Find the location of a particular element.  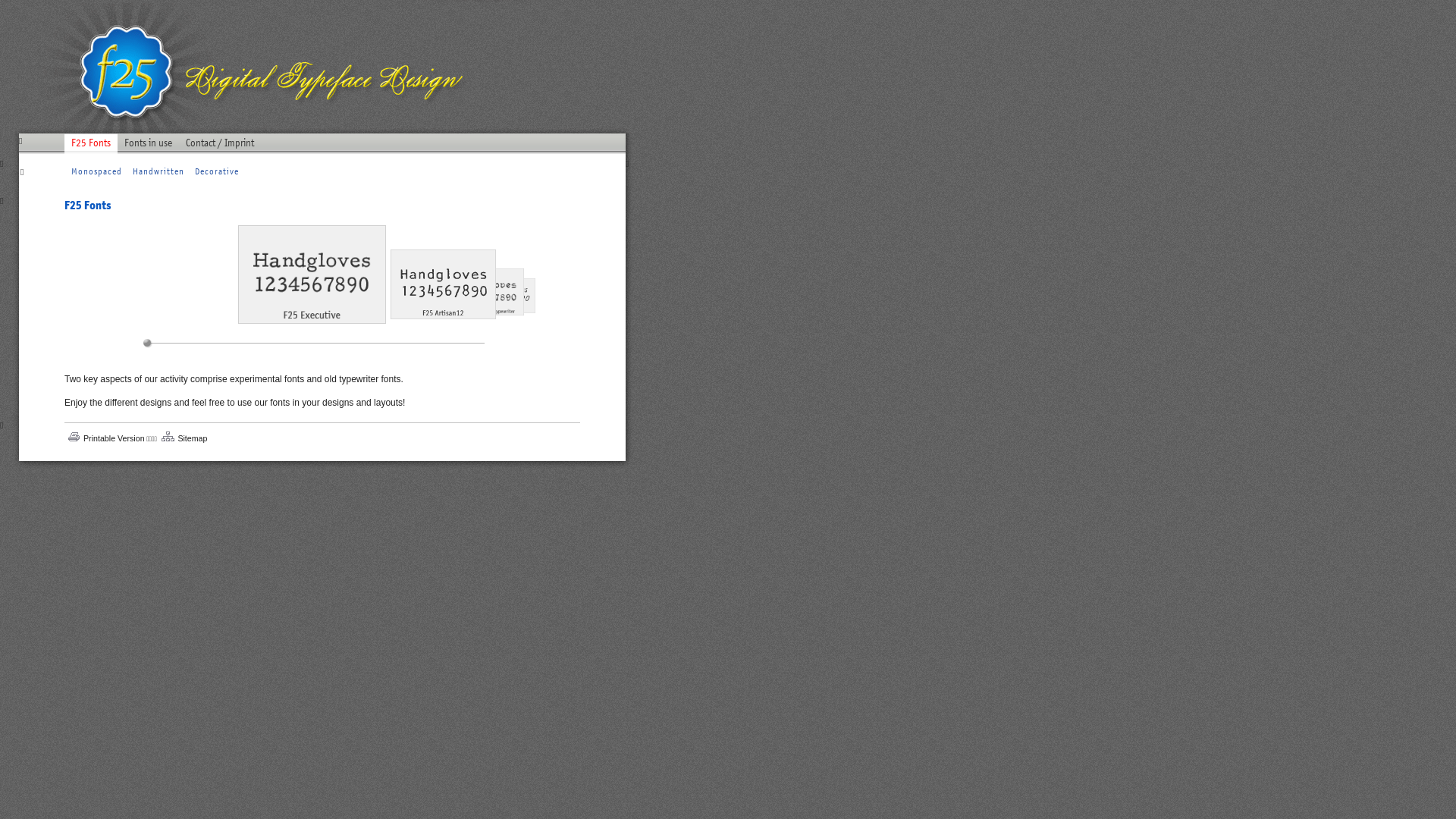

'Printable Version' is located at coordinates (113, 438).